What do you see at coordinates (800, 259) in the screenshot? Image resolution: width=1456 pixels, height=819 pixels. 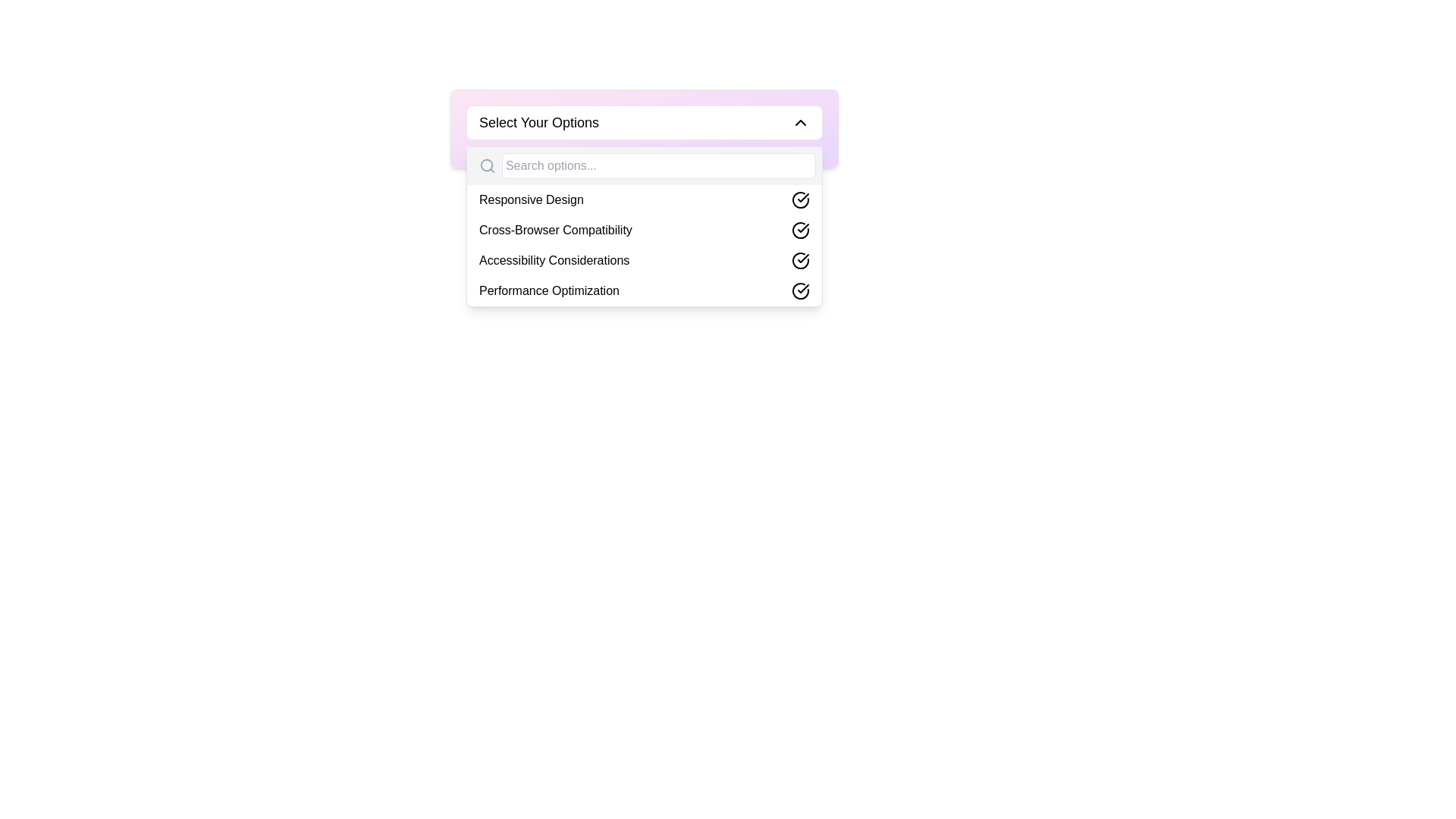 I see `the icon indicating the selection state of the 'Accessibility Considerations' option` at bounding box center [800, 259].